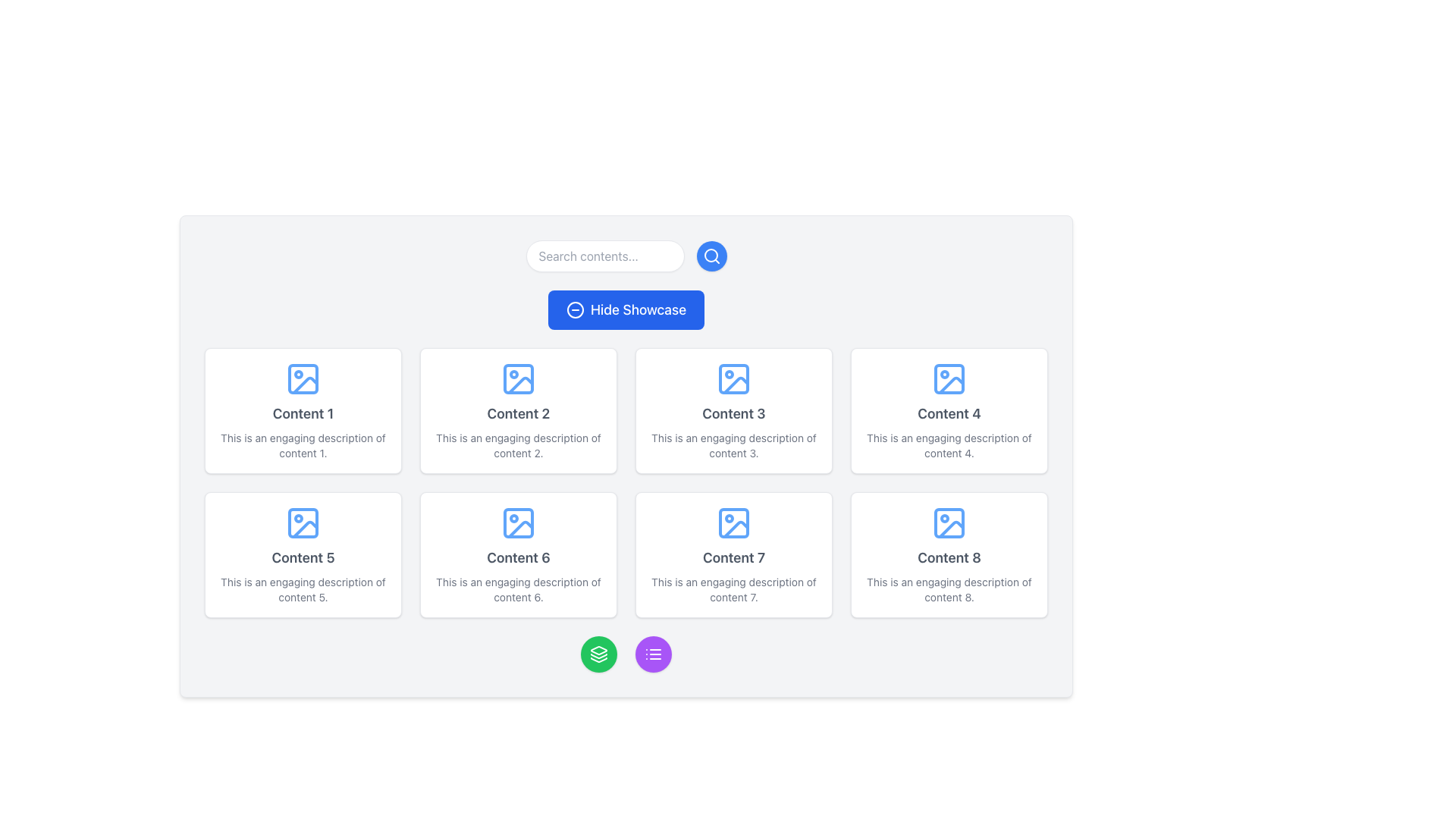 This screenshot has height=819, width=1456. Describe the element at coordinates (604, 256) in the screenshot. I see `the search input field with rounded corners that has the placeholder text 'Search contents...'` at that location.